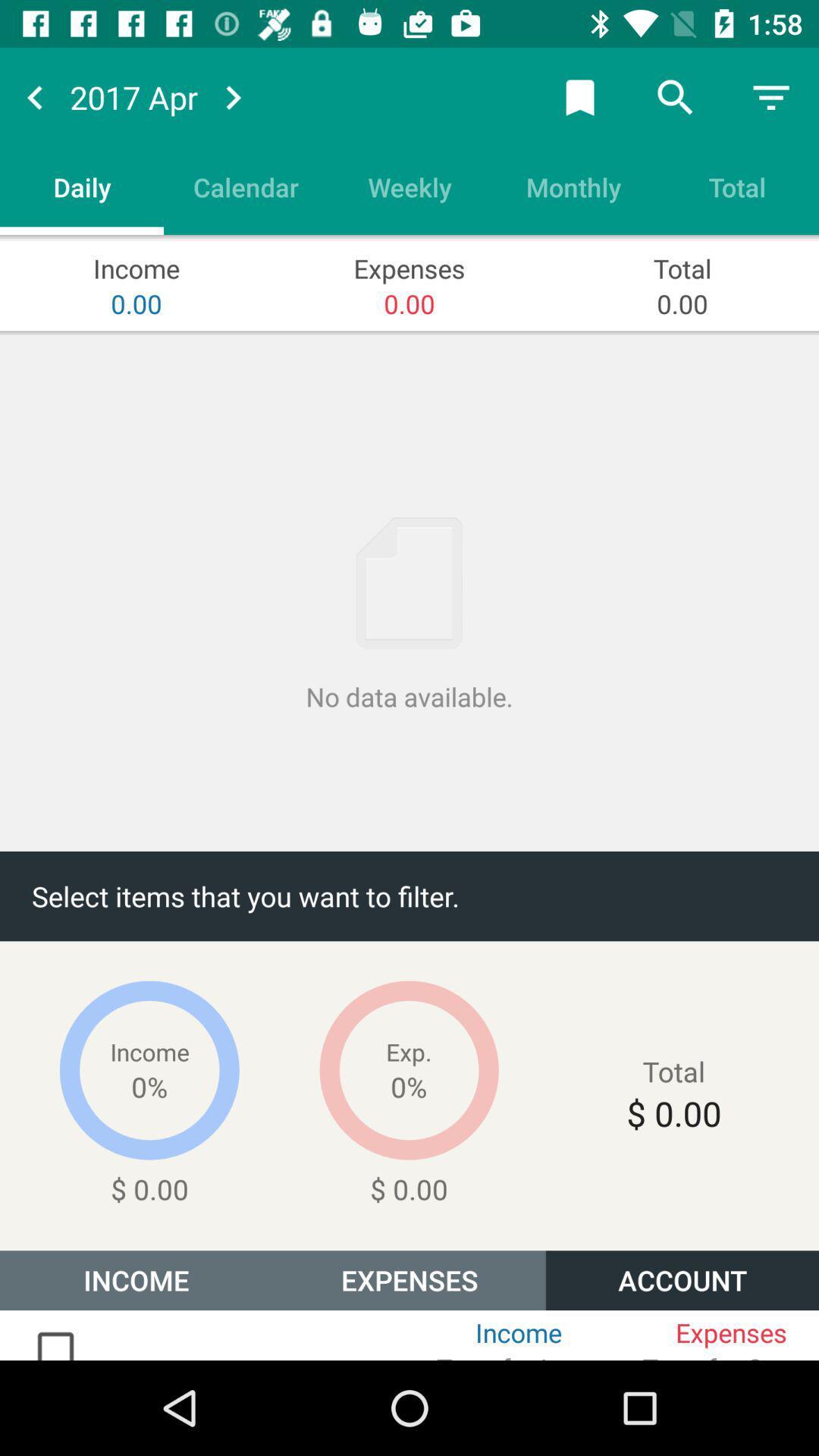  Describe the element at coordinates (34, 96) in the screenshot. I see `the arrow_backward icon` at that location.